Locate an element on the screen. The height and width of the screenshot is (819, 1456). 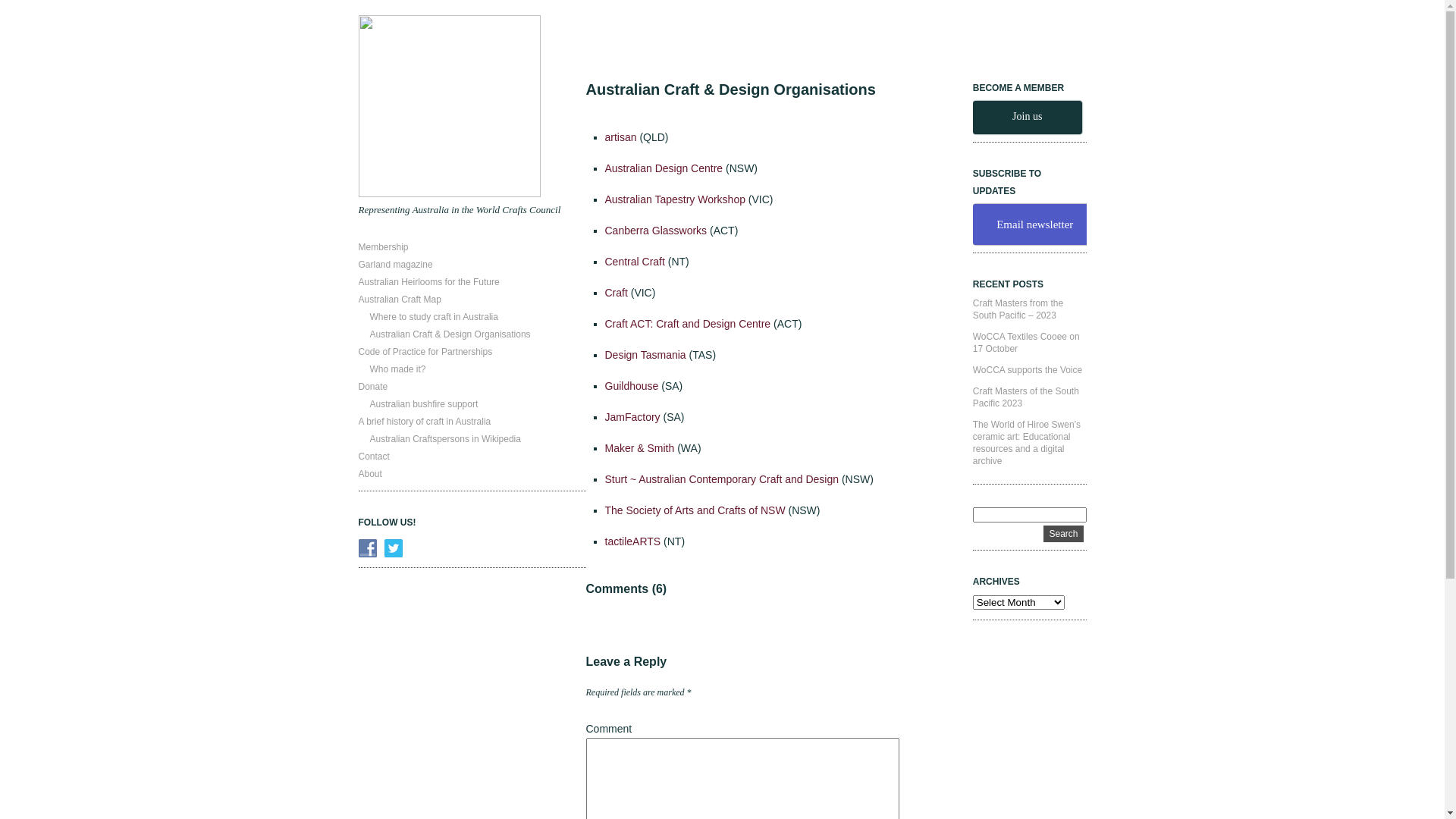
'tactileARTS' is located at coordinates (633, 540).